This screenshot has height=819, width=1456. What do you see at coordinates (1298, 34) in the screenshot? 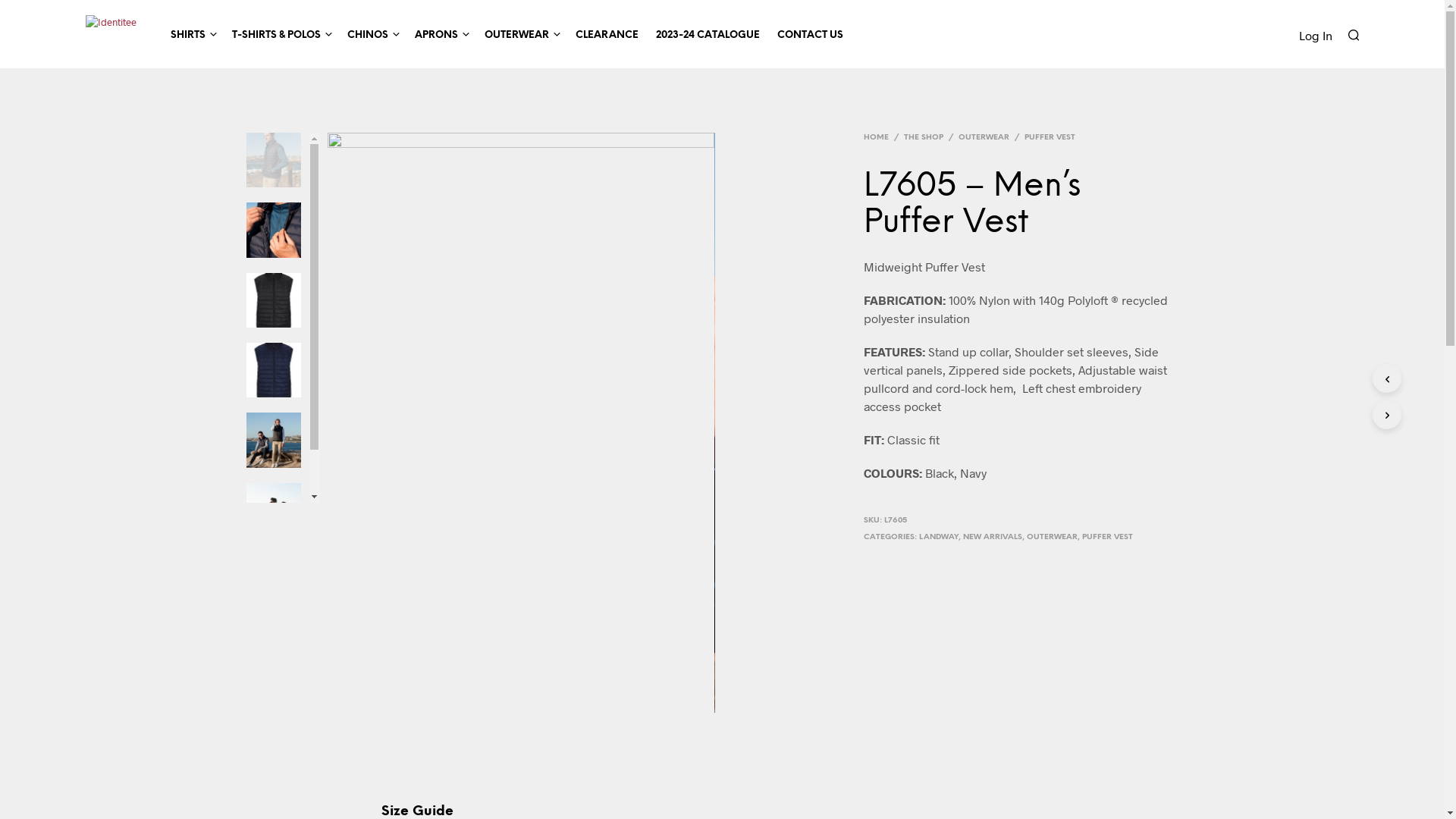
I see `'Log In'` at bounding box center [1298, 34].